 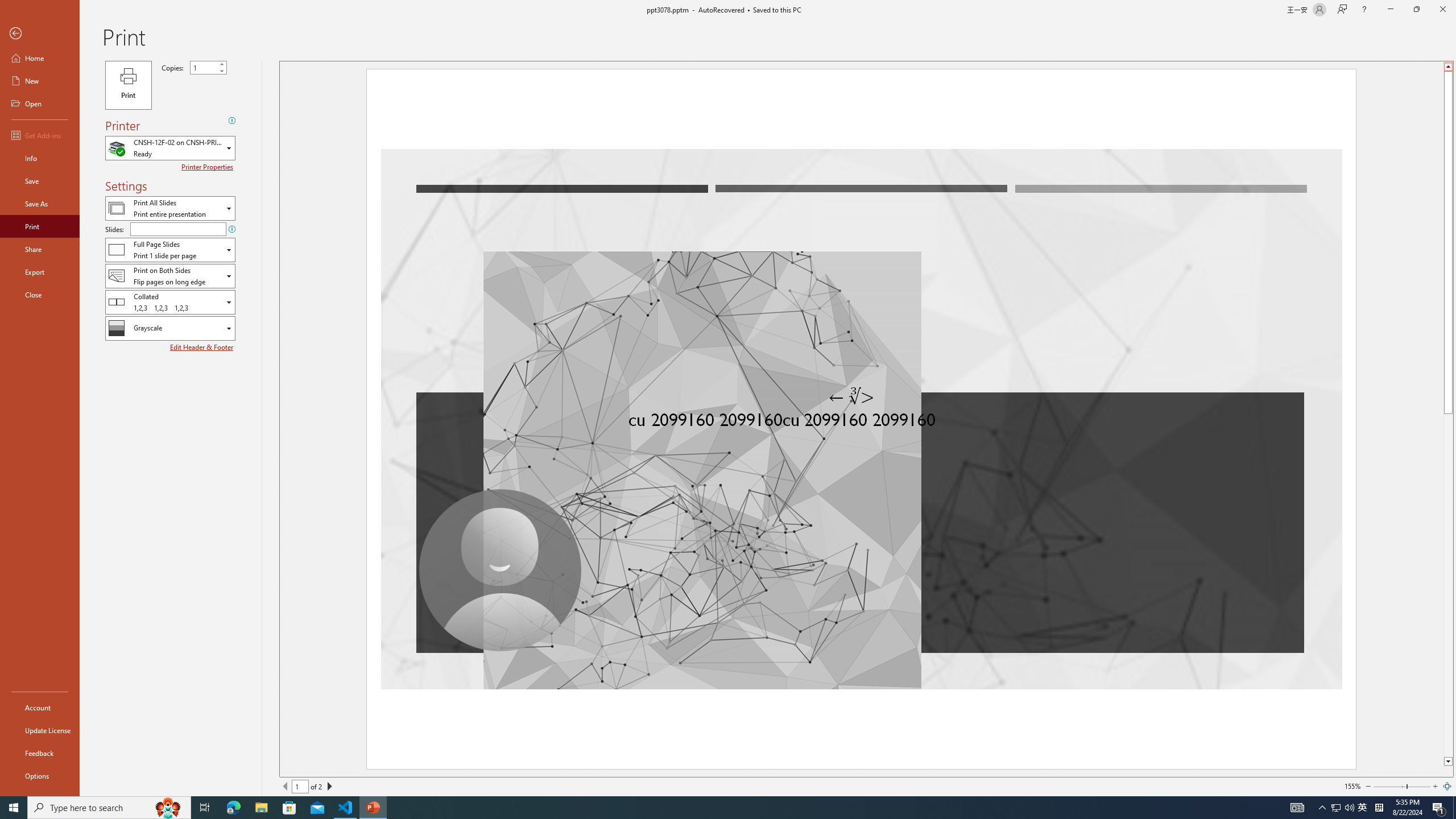 I want to click on '155%', so click(x=1352, y=786).